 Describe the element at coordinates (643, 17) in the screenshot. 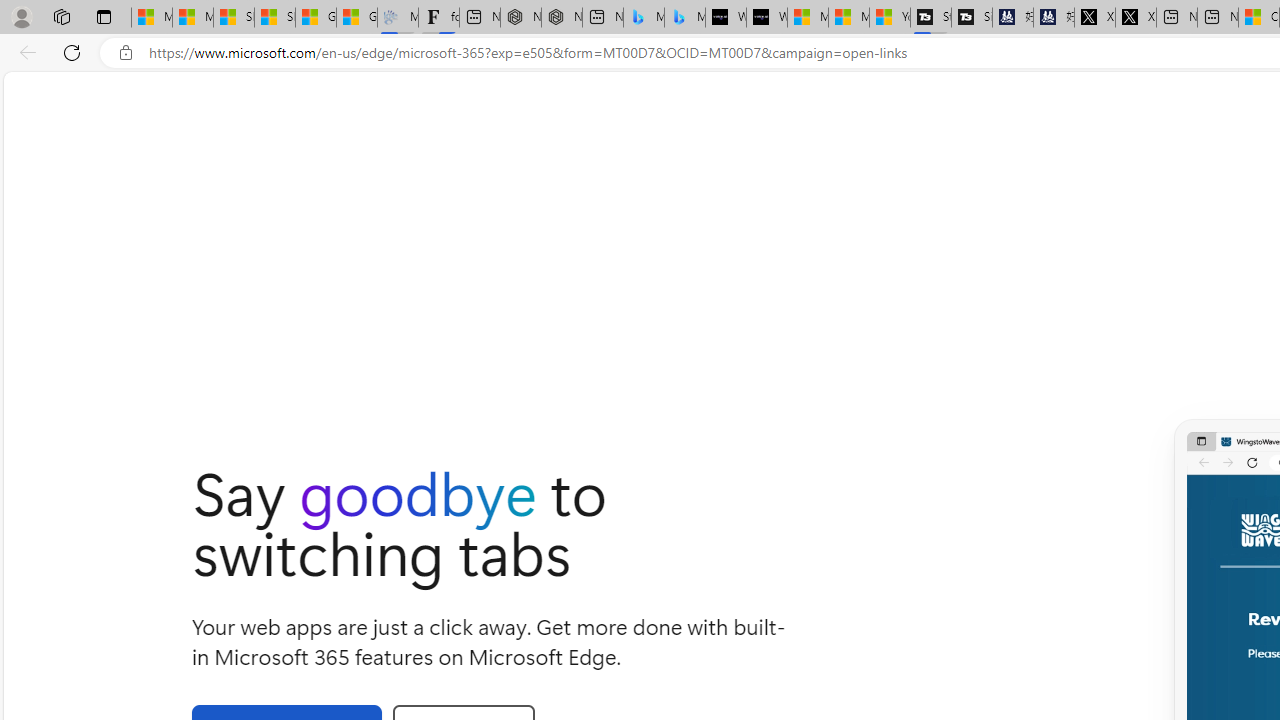

I see `'Microsoft Bing Travel - Stays in Bangkok, Bangkok, Thailand'` at that location.